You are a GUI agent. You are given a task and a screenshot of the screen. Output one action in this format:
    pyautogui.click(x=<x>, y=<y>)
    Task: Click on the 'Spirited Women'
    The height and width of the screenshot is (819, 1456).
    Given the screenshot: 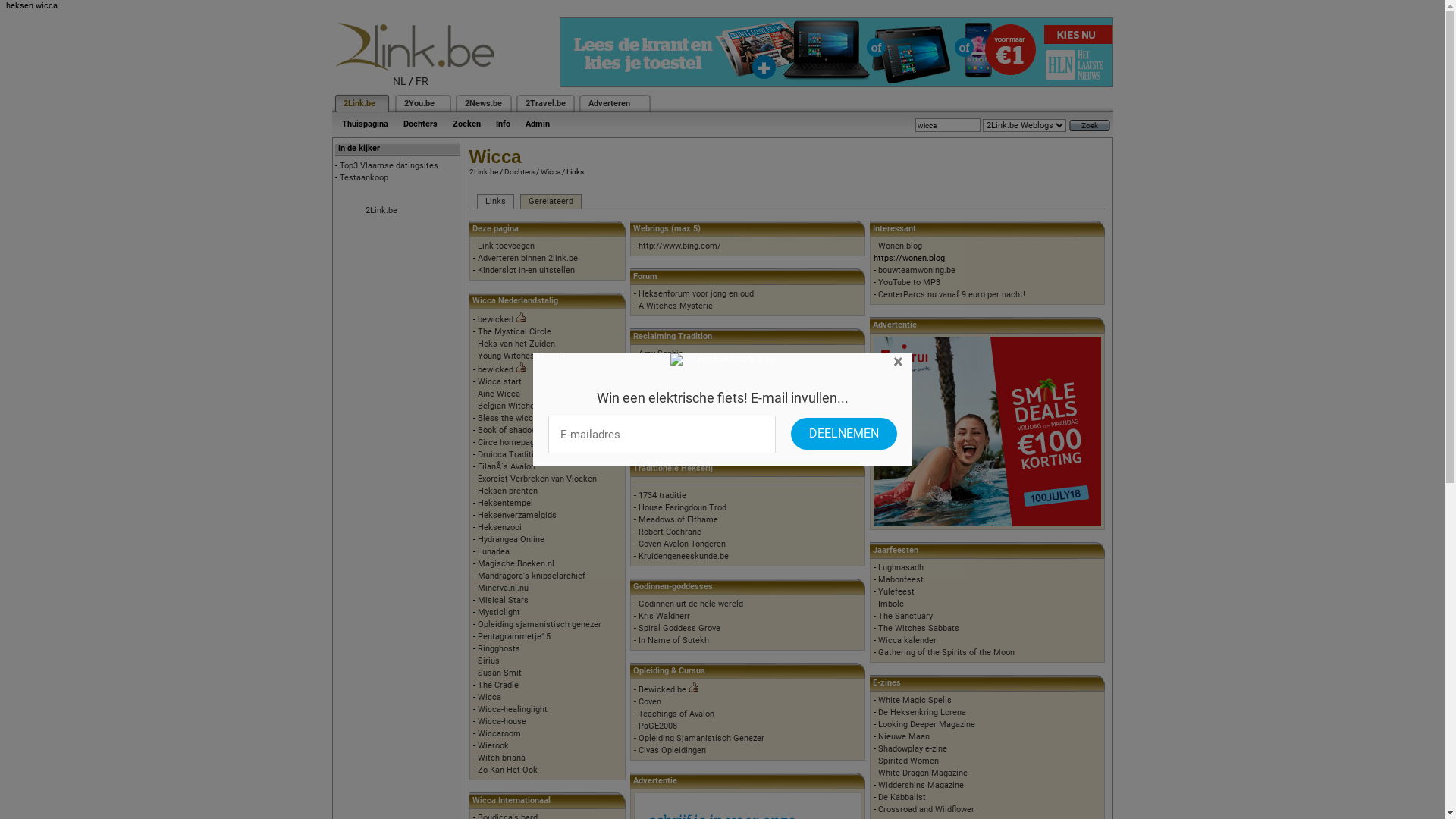 What is the action you would take?
    pyautogui.click(x=908, y=761)
    